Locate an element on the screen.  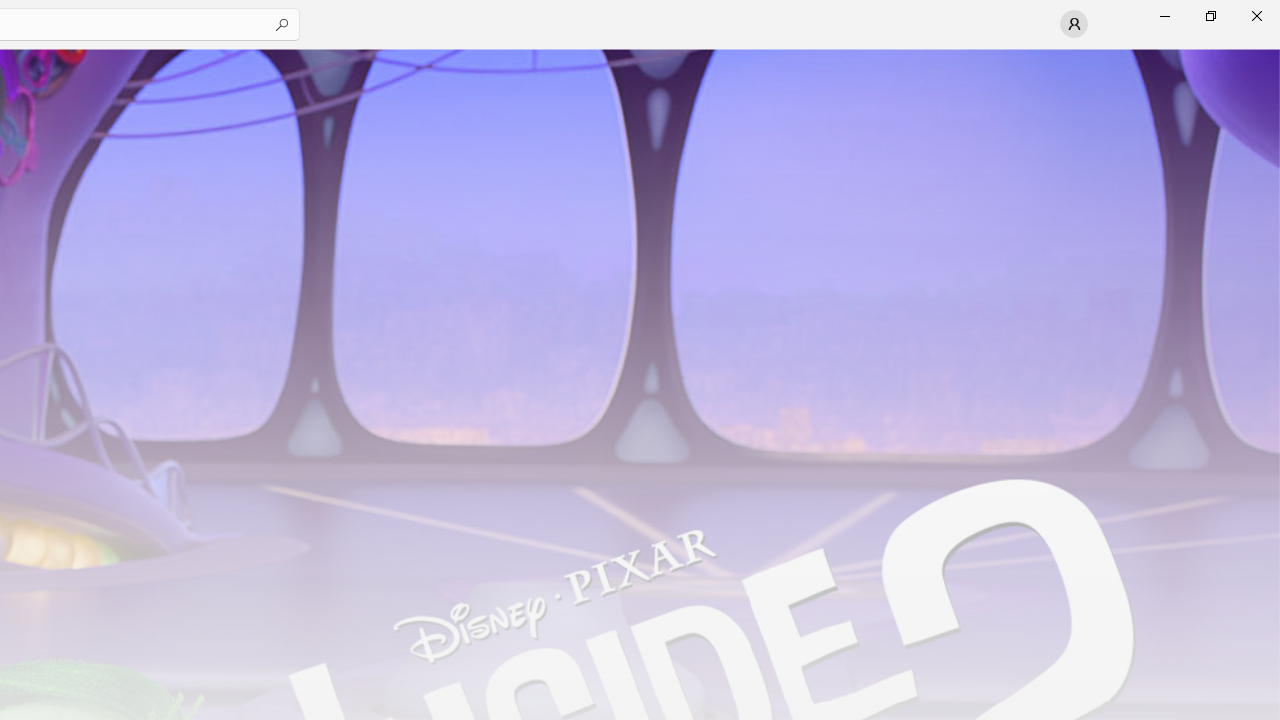
'Restore Microsoft Store' is located at coordinates (1209, 15).